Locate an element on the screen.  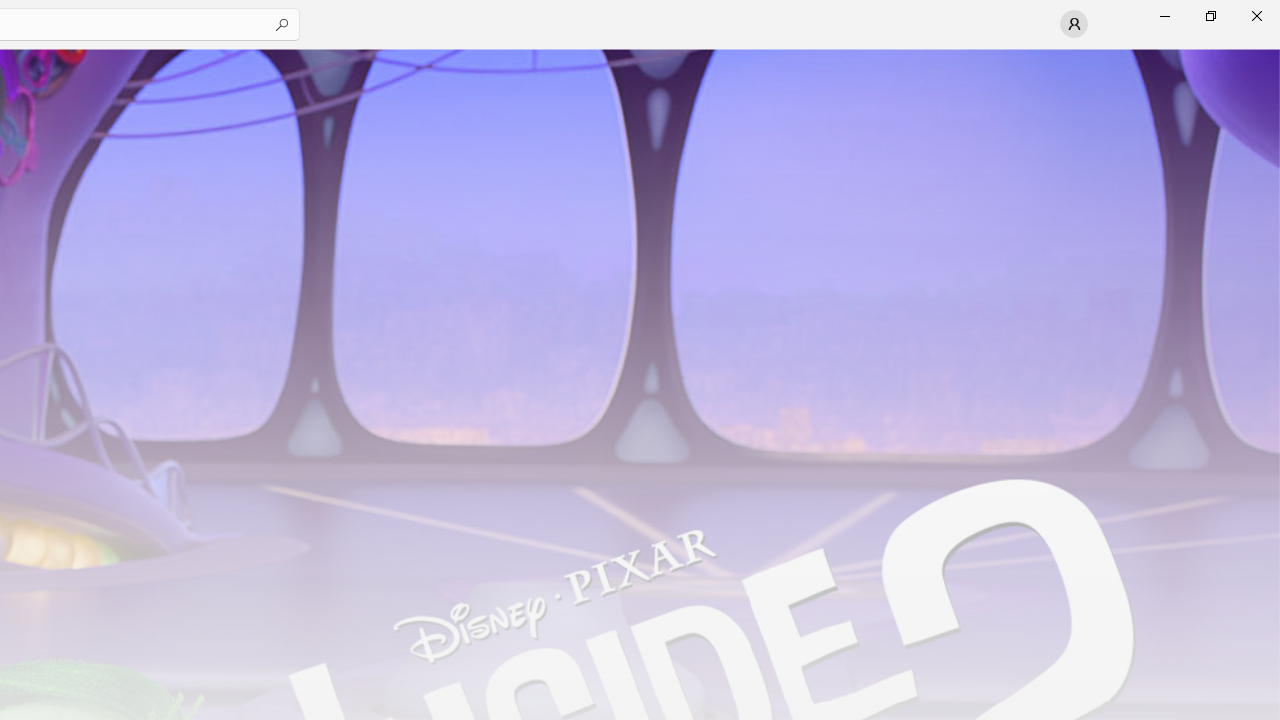
'Restore Microsoft Store' is located at coordinates (1209, 15).